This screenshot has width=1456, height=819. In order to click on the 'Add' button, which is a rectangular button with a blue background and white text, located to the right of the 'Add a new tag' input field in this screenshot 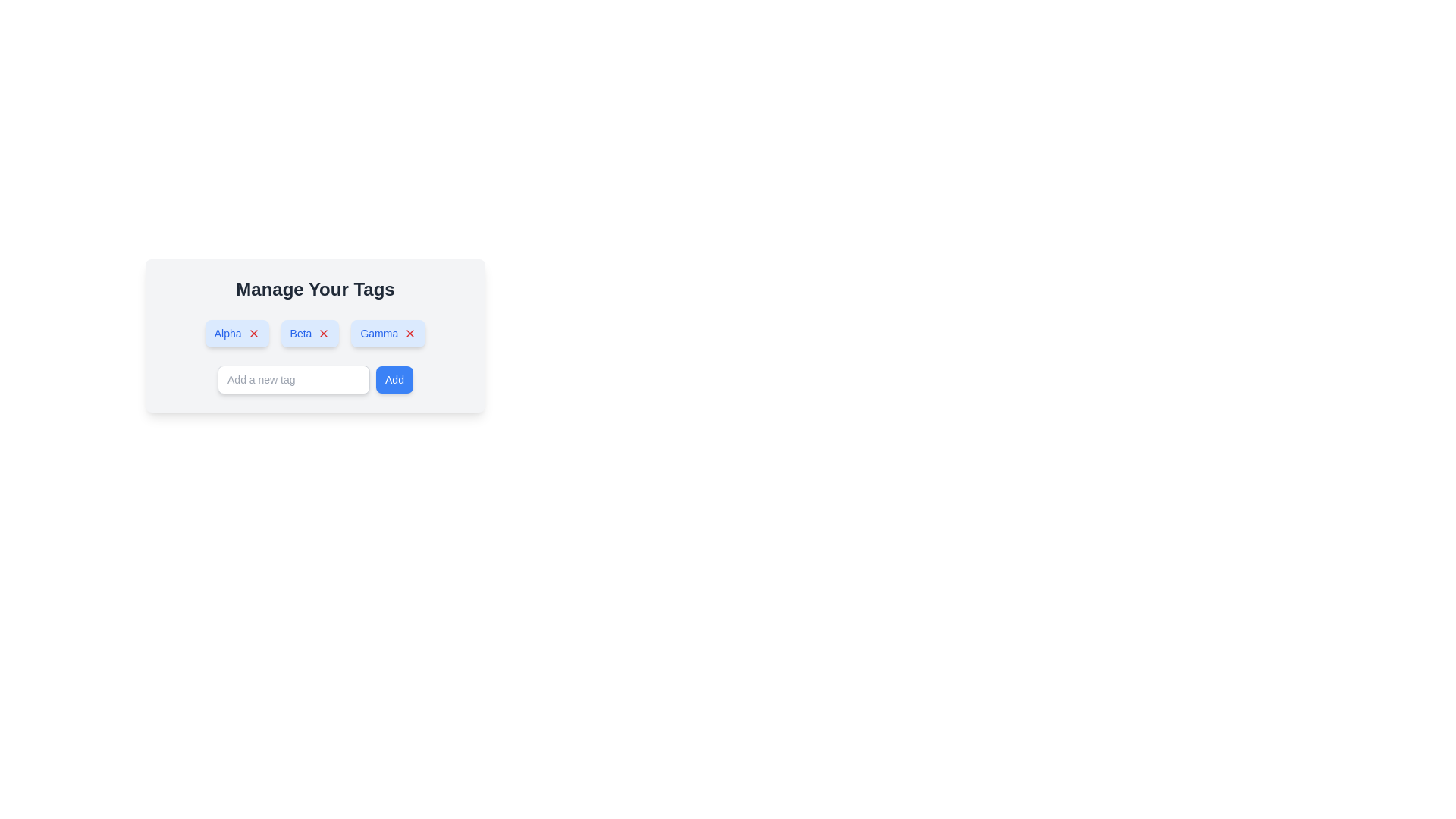, I will do `click(394, 379)`.